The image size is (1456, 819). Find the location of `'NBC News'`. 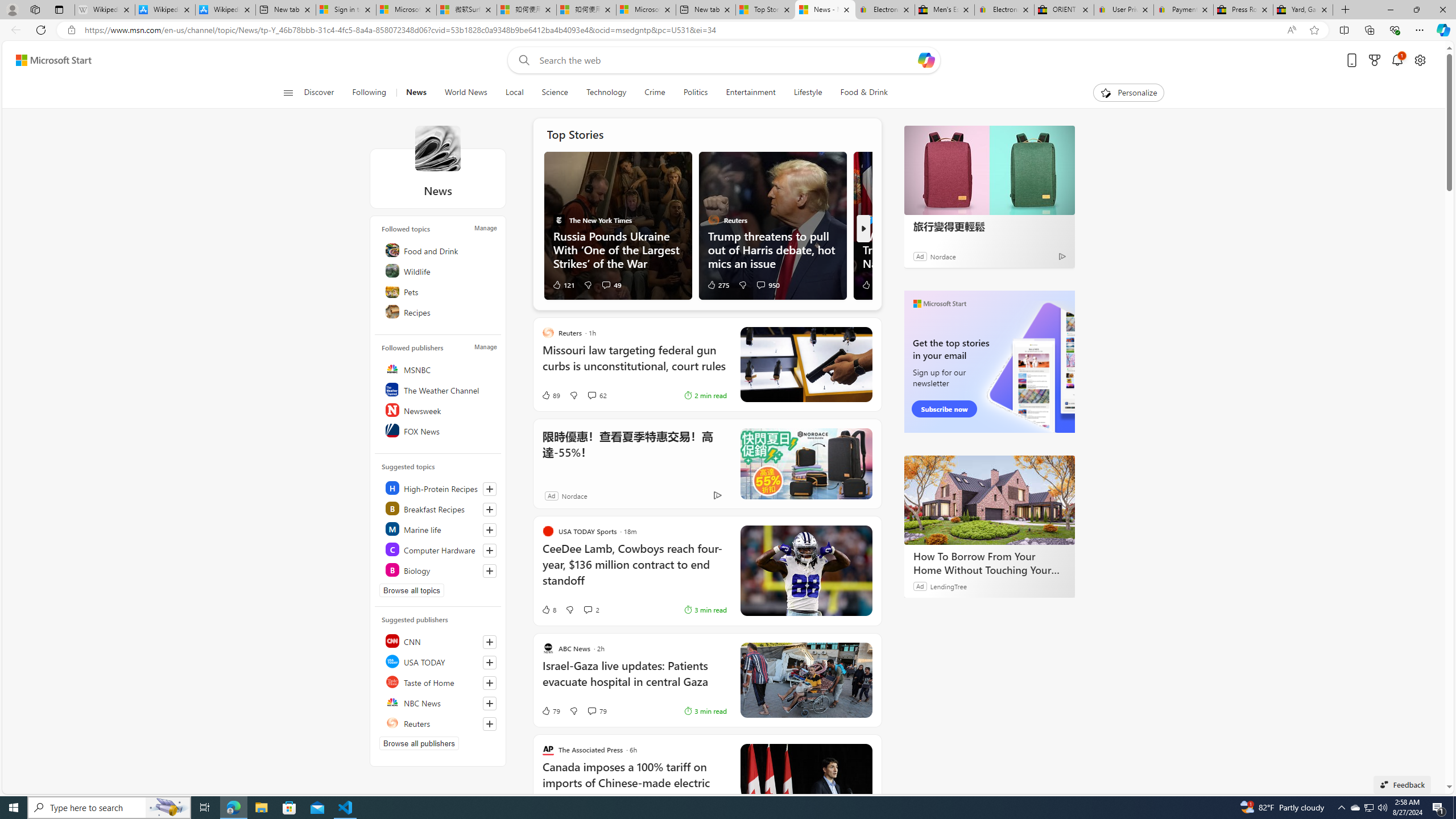

'NBC News' is located at coordinates (440, 702).